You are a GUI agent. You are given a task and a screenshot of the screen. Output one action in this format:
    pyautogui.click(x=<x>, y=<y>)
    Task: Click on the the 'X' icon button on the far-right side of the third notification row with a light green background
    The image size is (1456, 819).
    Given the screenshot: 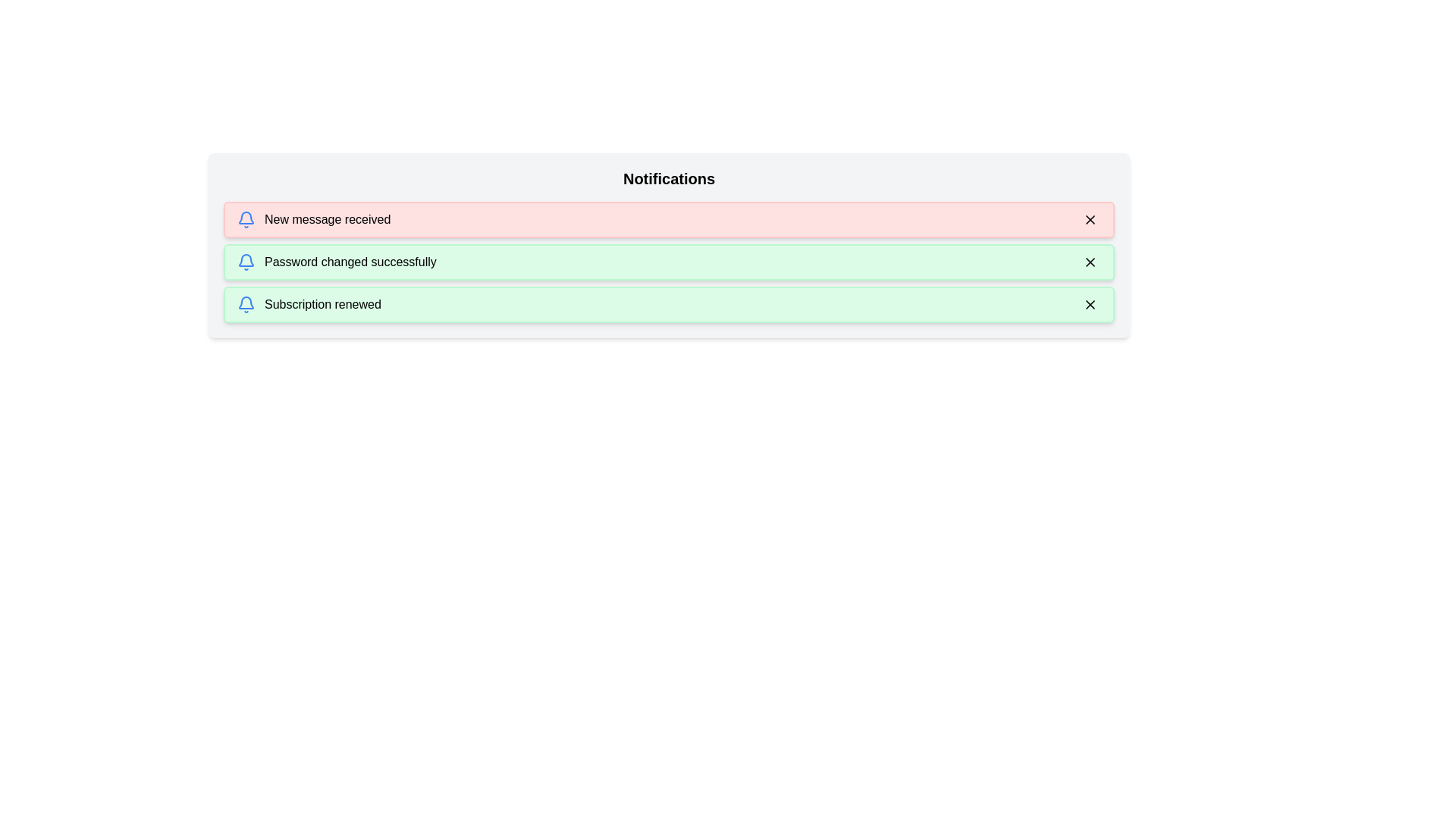 What is the action you would take?
    pyautogui.click(x=1090, y=304)
    